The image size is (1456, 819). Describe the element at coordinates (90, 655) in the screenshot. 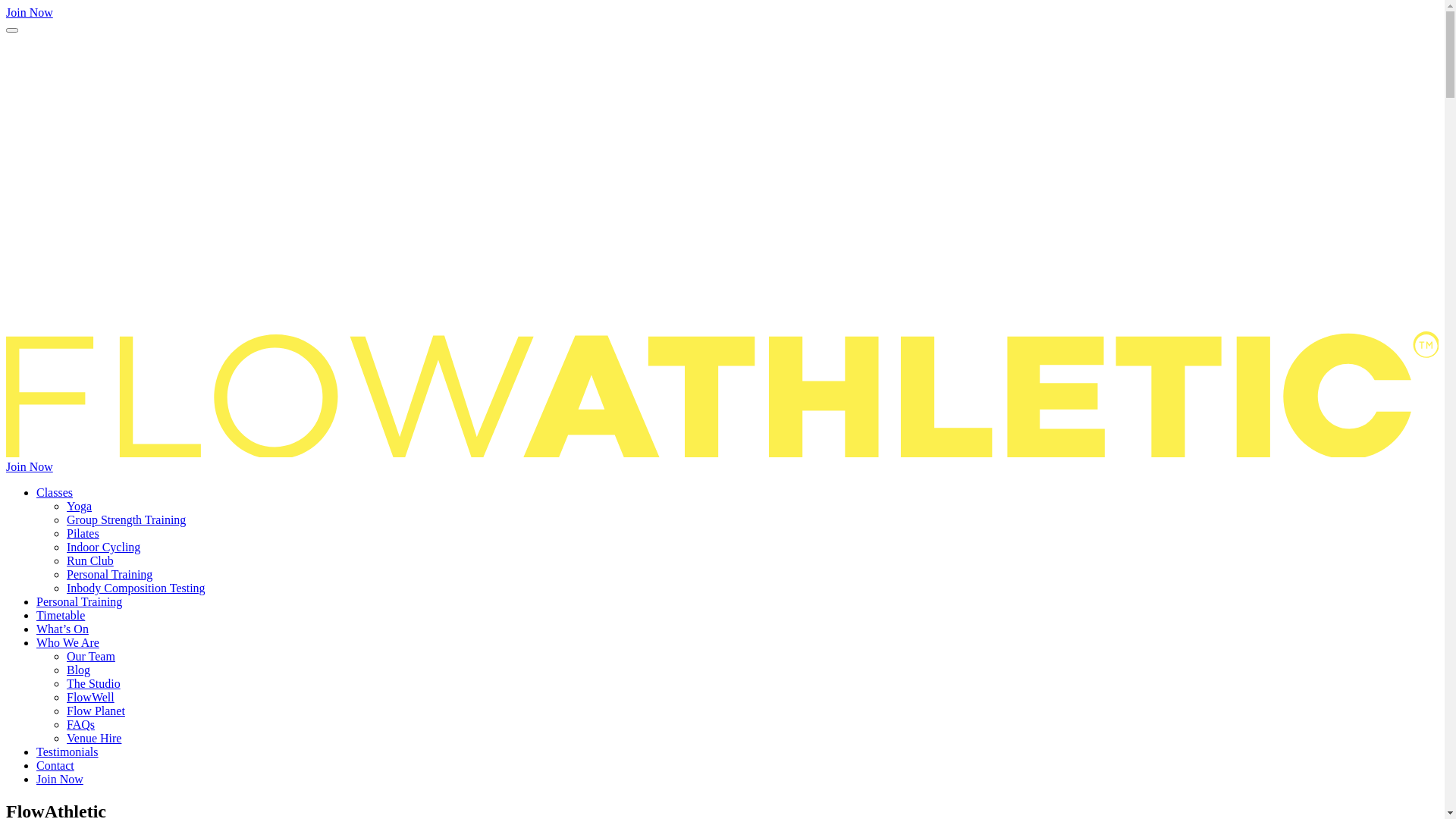

I see `'Our Team'` at that location.